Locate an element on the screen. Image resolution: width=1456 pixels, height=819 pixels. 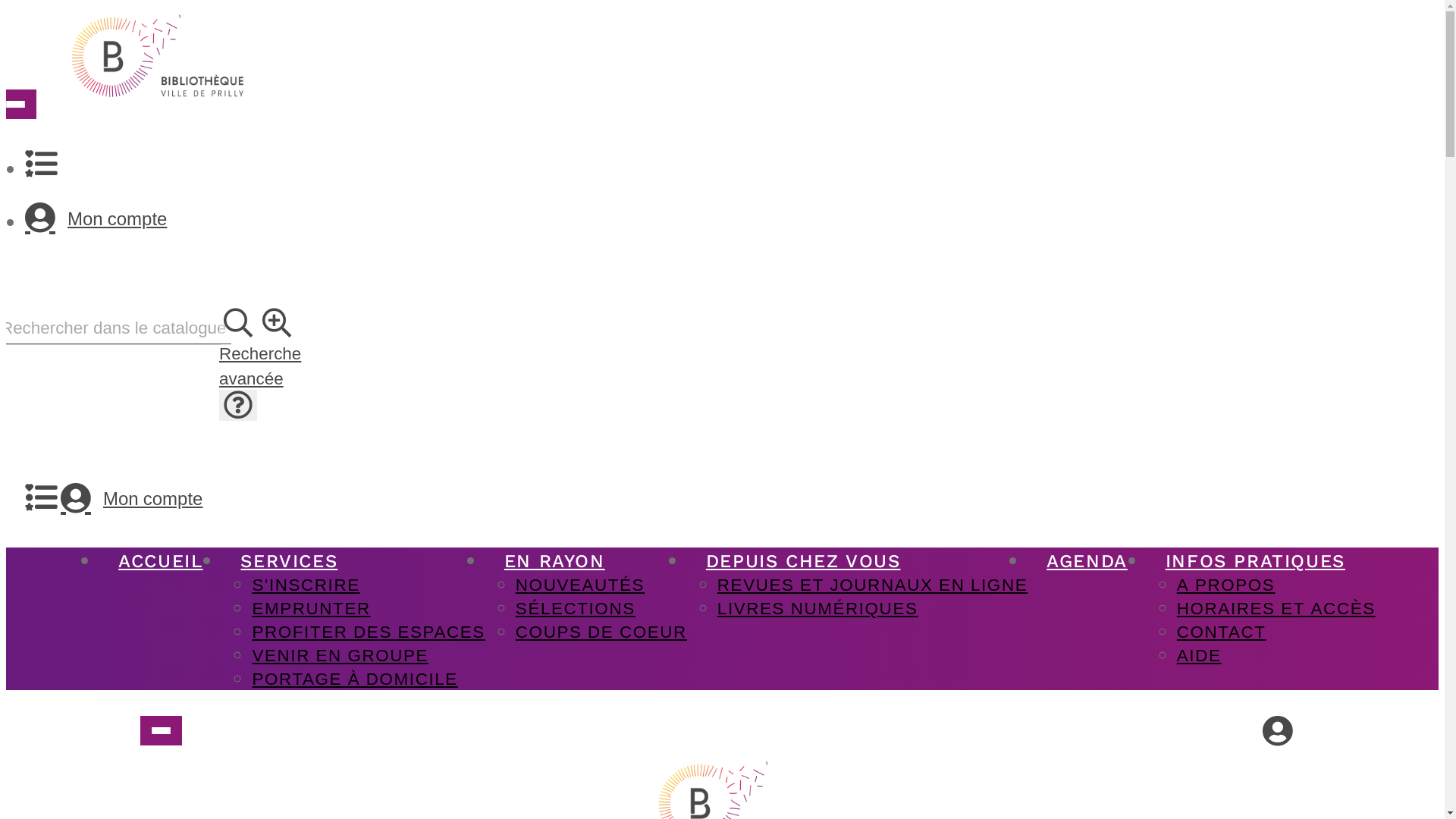
'Consulter l'aide de la recherche' is located at coordinates (237, 404).